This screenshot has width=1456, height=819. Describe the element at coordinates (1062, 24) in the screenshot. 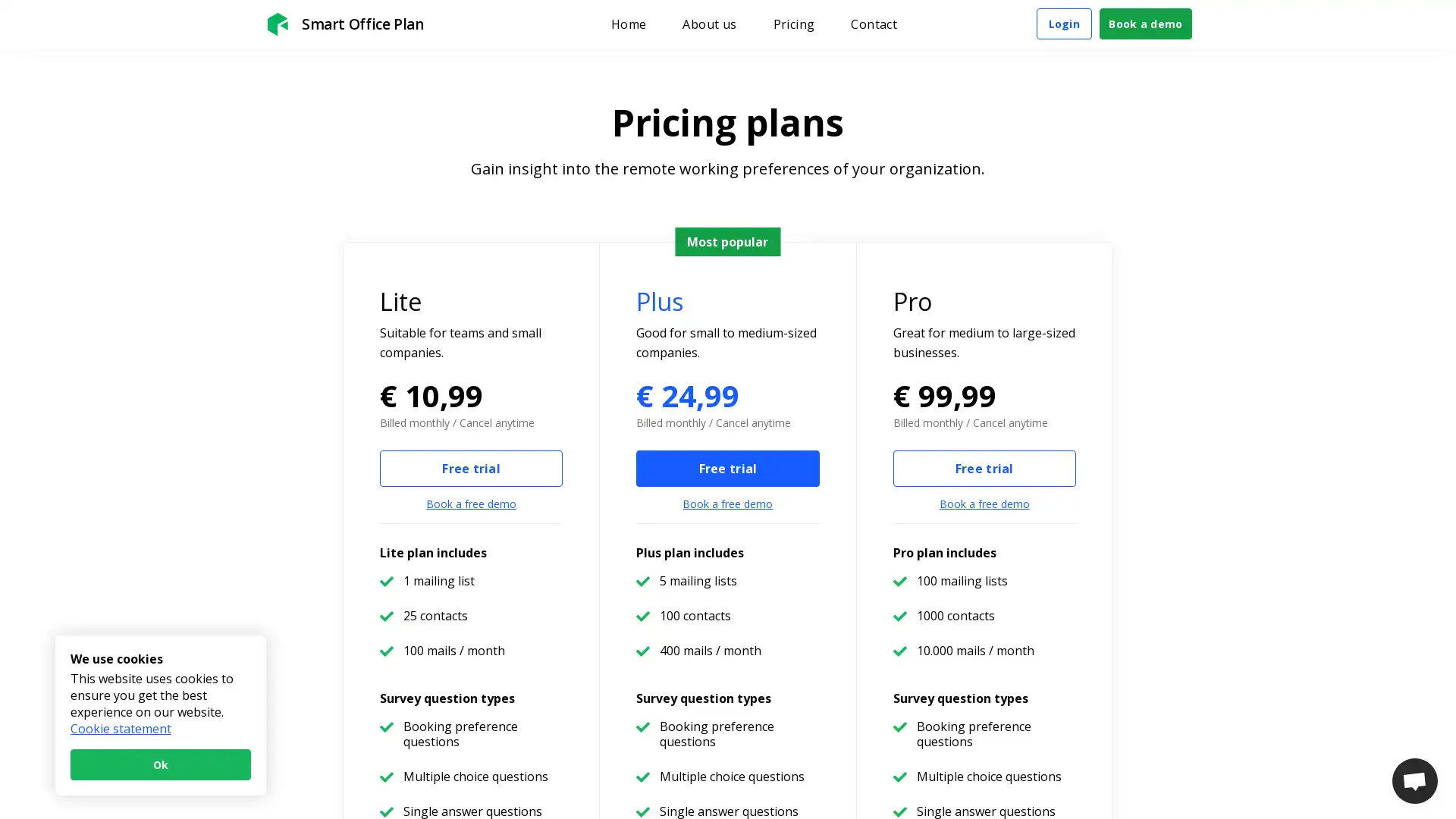

I see `Login` at that location.